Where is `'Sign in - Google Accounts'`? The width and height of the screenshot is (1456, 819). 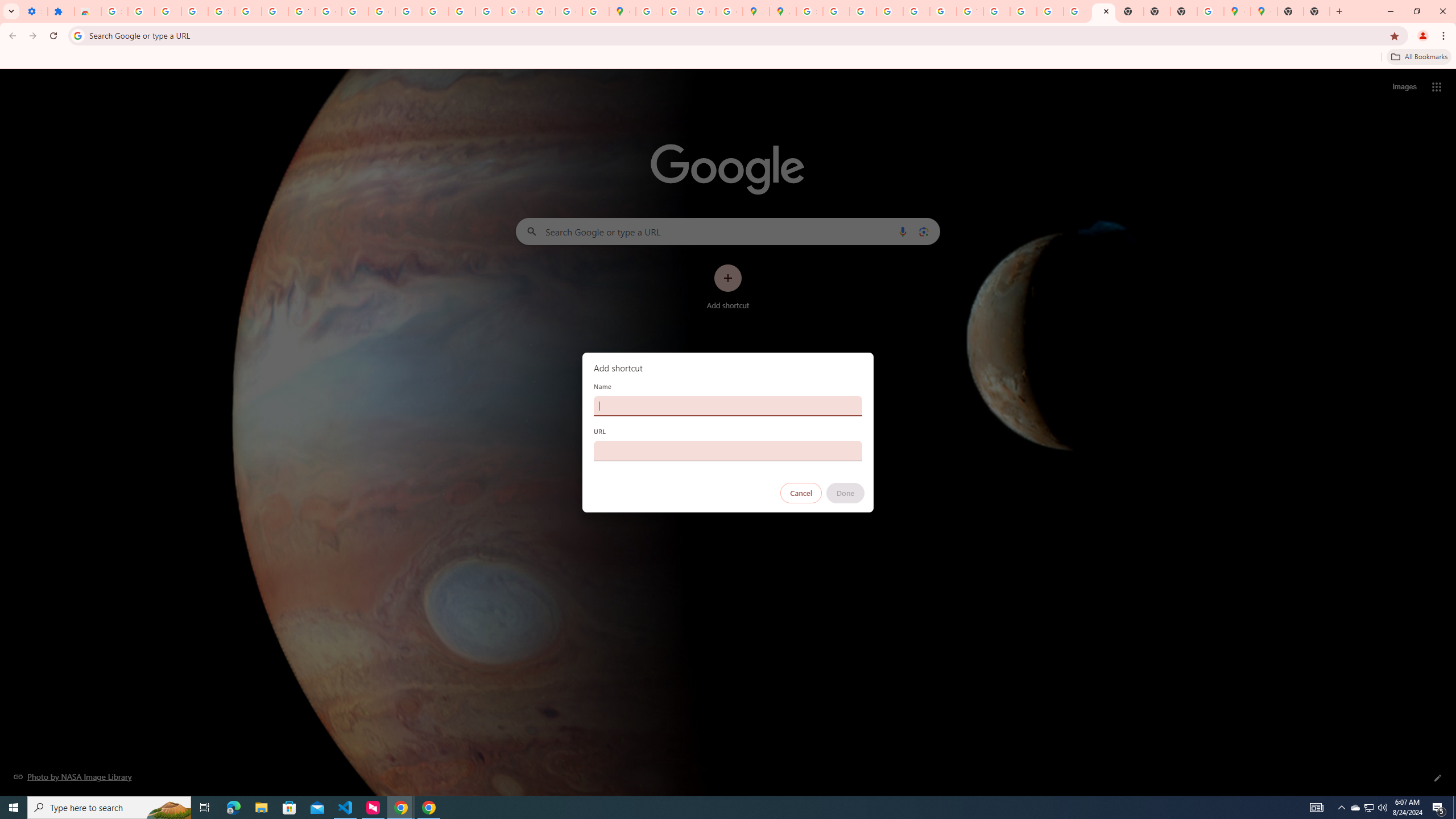
'Sign in - Google Accounts' is located at coordinates (113, 11).